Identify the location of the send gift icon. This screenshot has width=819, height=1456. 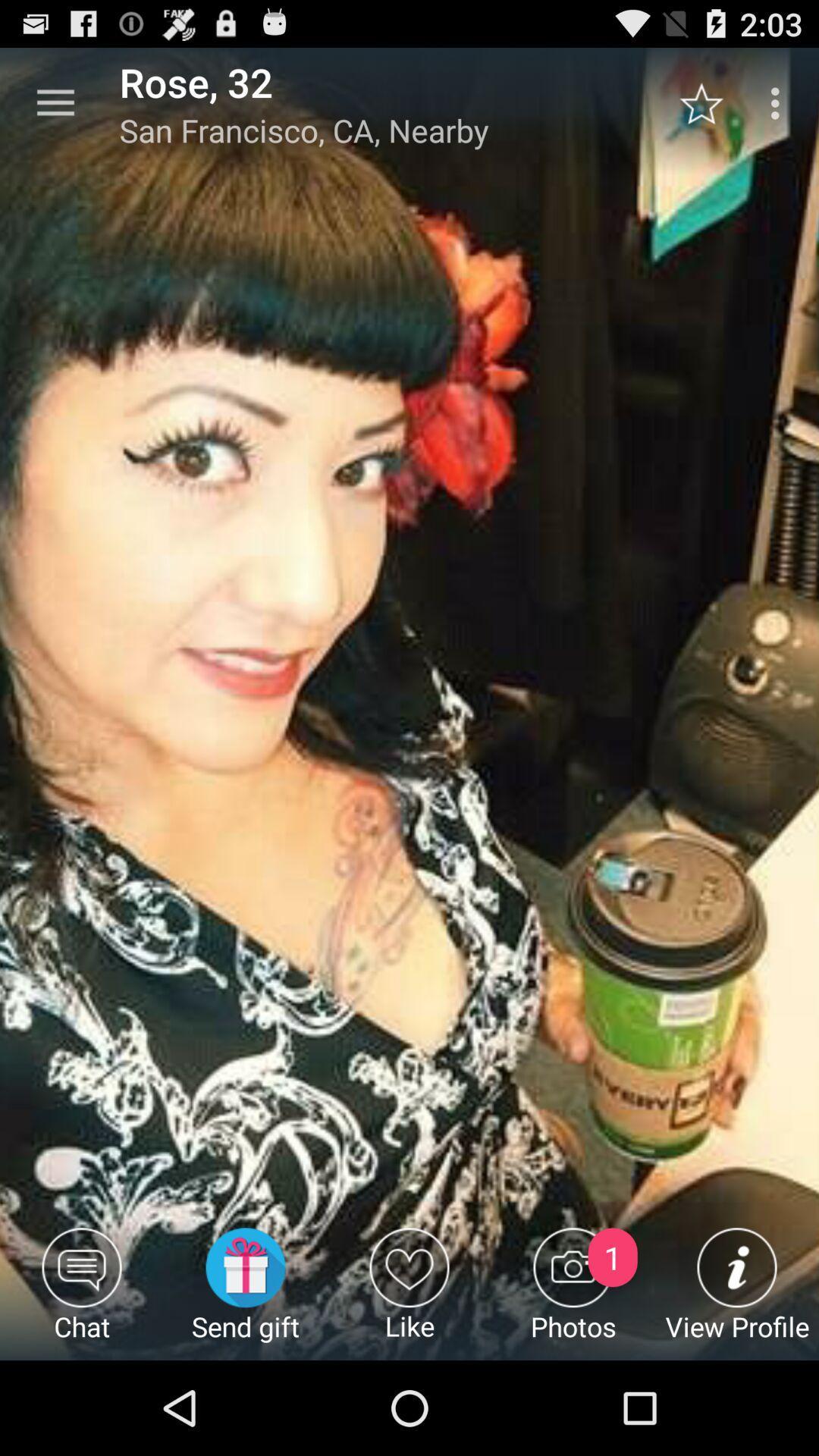
(245, 1293).